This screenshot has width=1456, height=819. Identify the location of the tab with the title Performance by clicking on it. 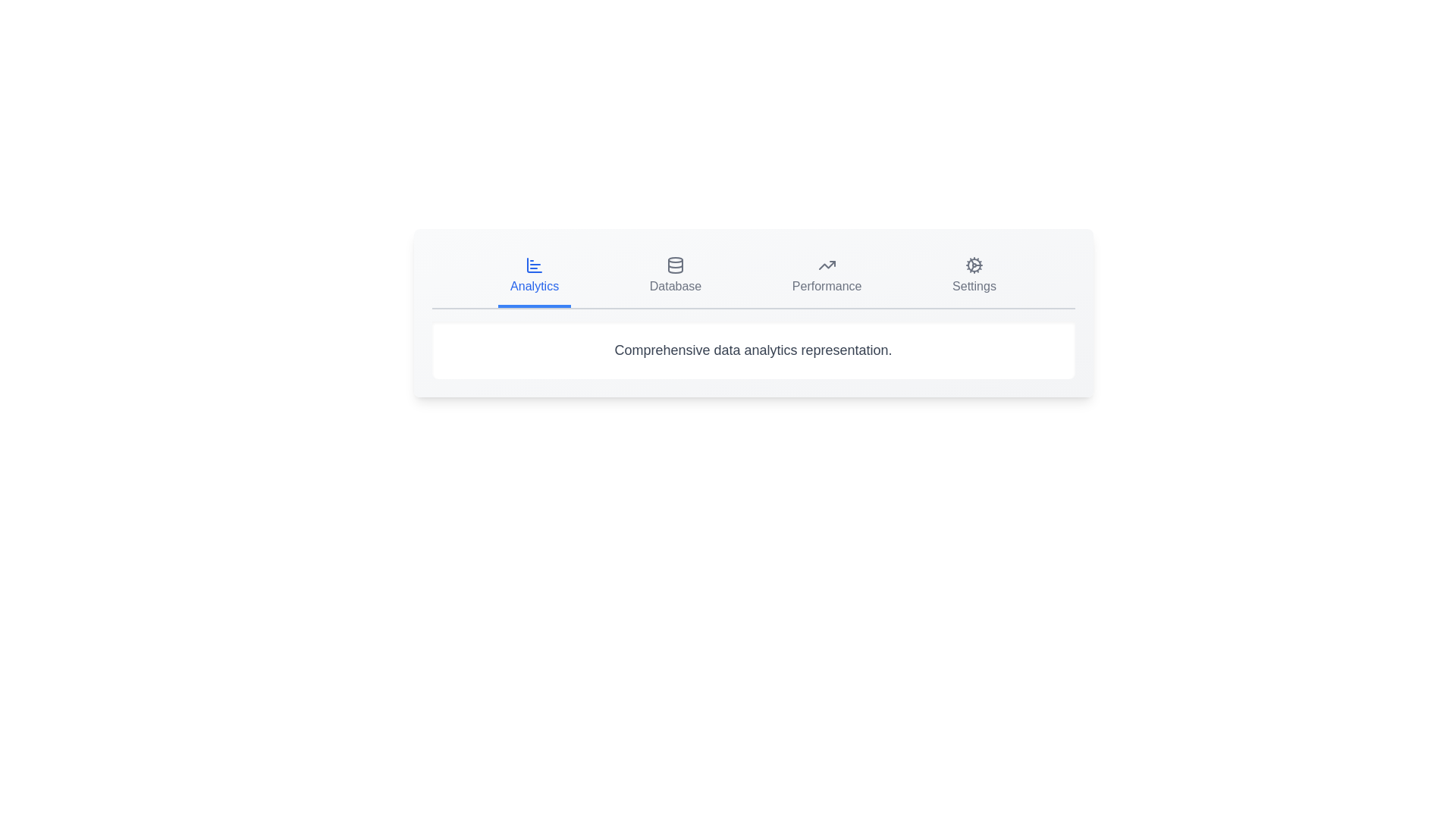
(826, 278).